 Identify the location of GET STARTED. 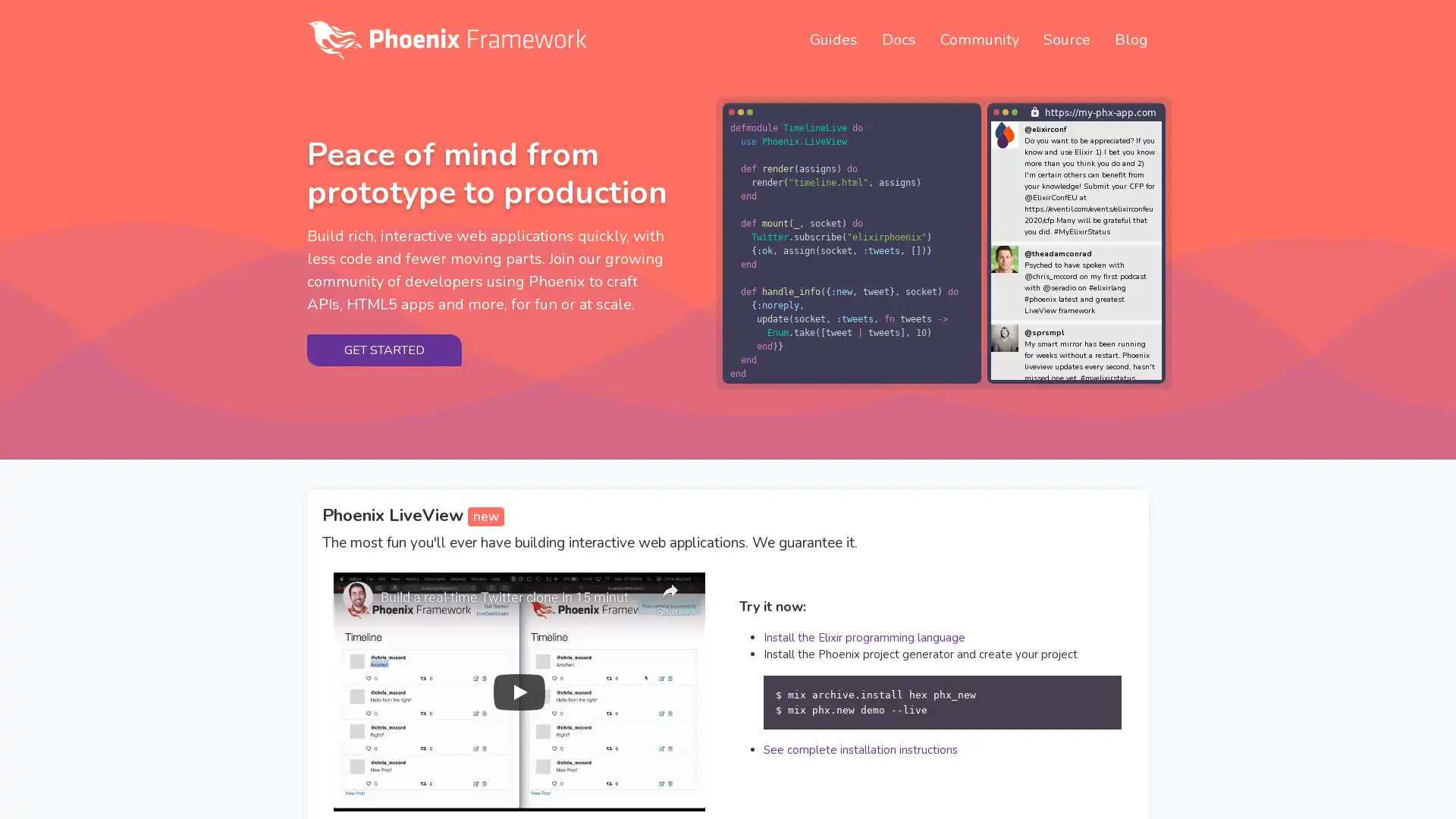
(384, 350).